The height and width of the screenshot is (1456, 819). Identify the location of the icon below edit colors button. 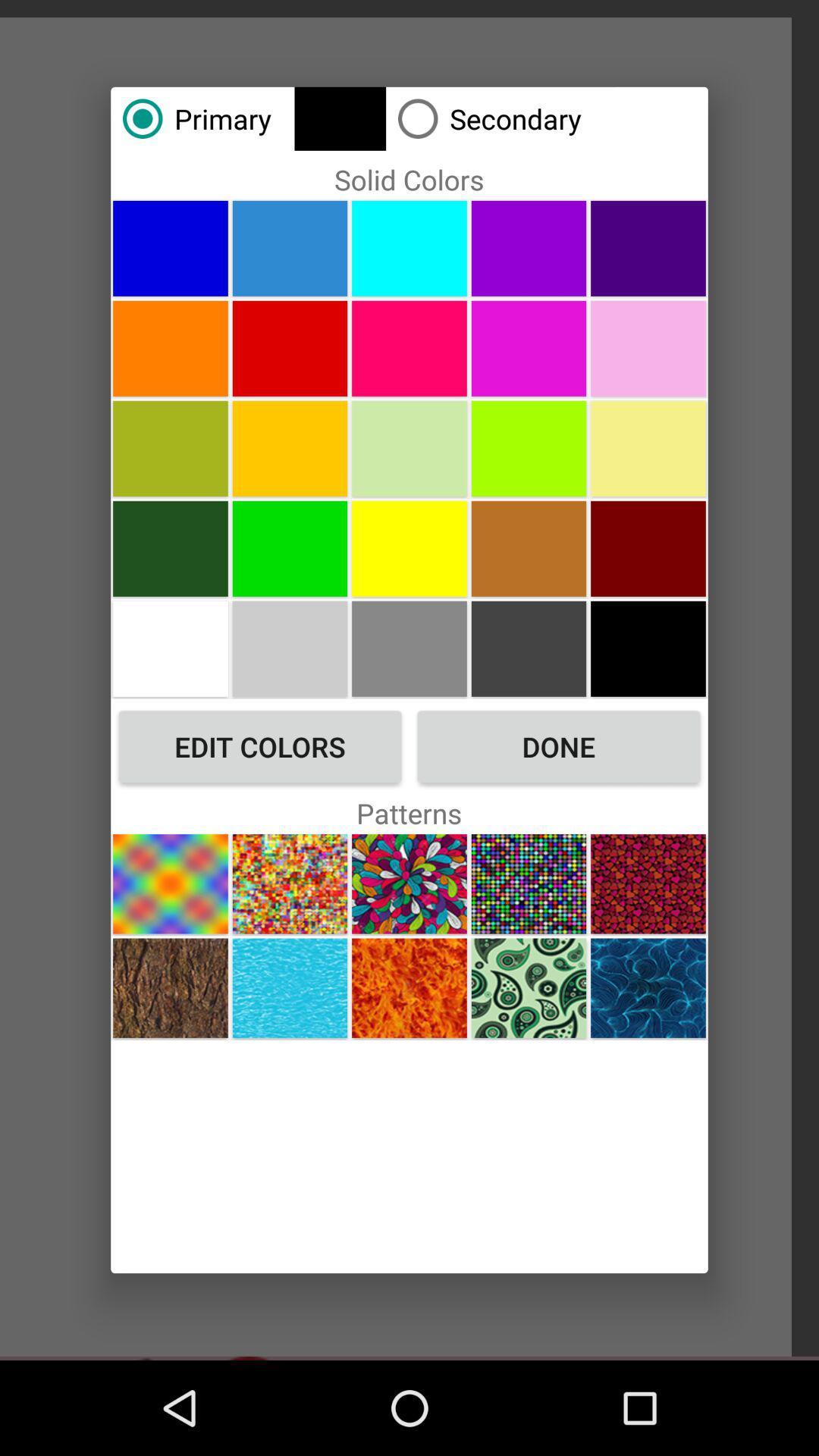
(170, 883).